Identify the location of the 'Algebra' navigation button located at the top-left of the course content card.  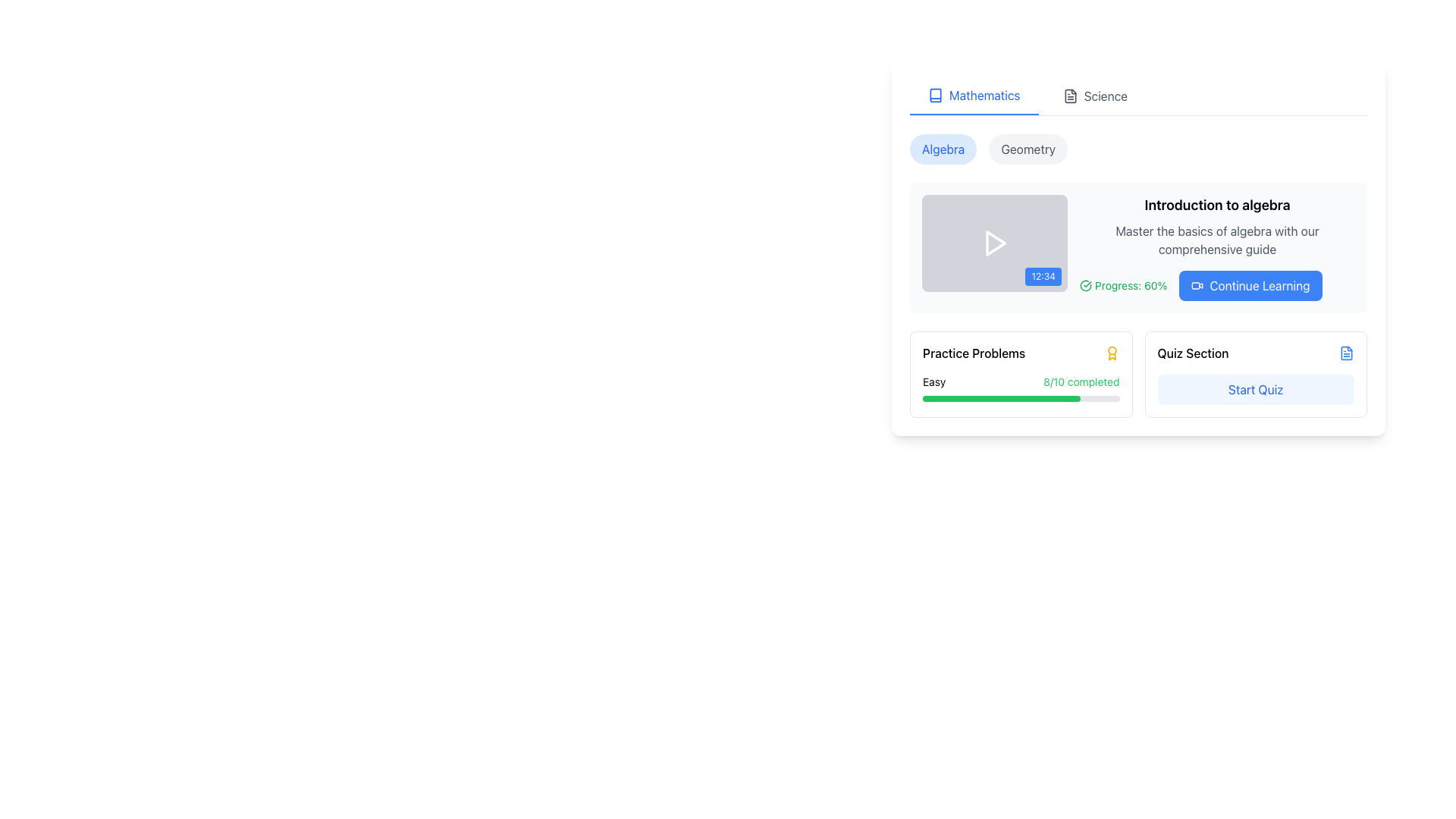
(943, 149).